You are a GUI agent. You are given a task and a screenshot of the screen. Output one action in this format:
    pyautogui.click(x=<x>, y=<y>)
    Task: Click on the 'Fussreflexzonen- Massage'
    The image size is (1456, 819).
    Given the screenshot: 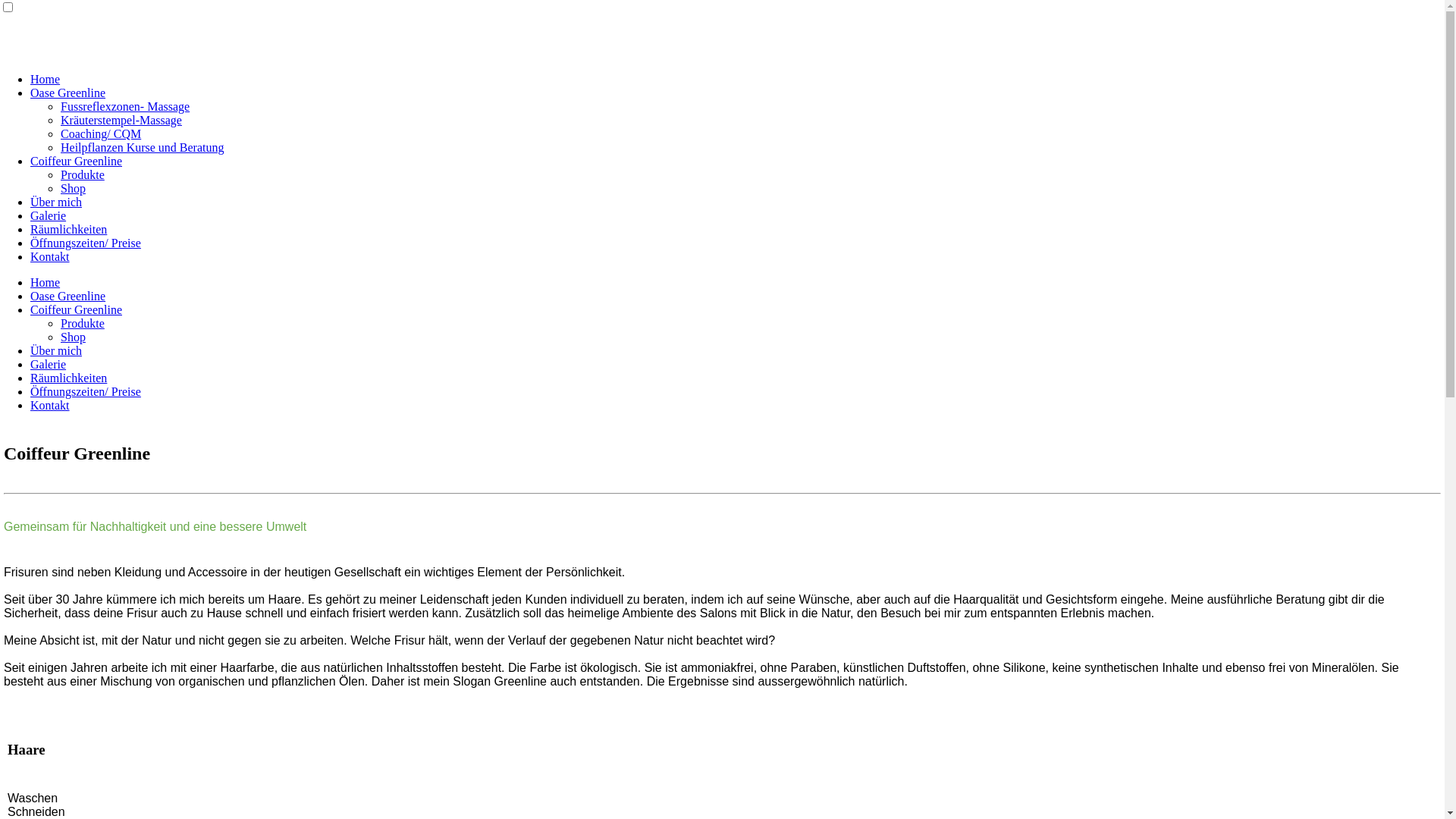 What is the action you would take?
    pyautogui.click(x=61, y=105)
    